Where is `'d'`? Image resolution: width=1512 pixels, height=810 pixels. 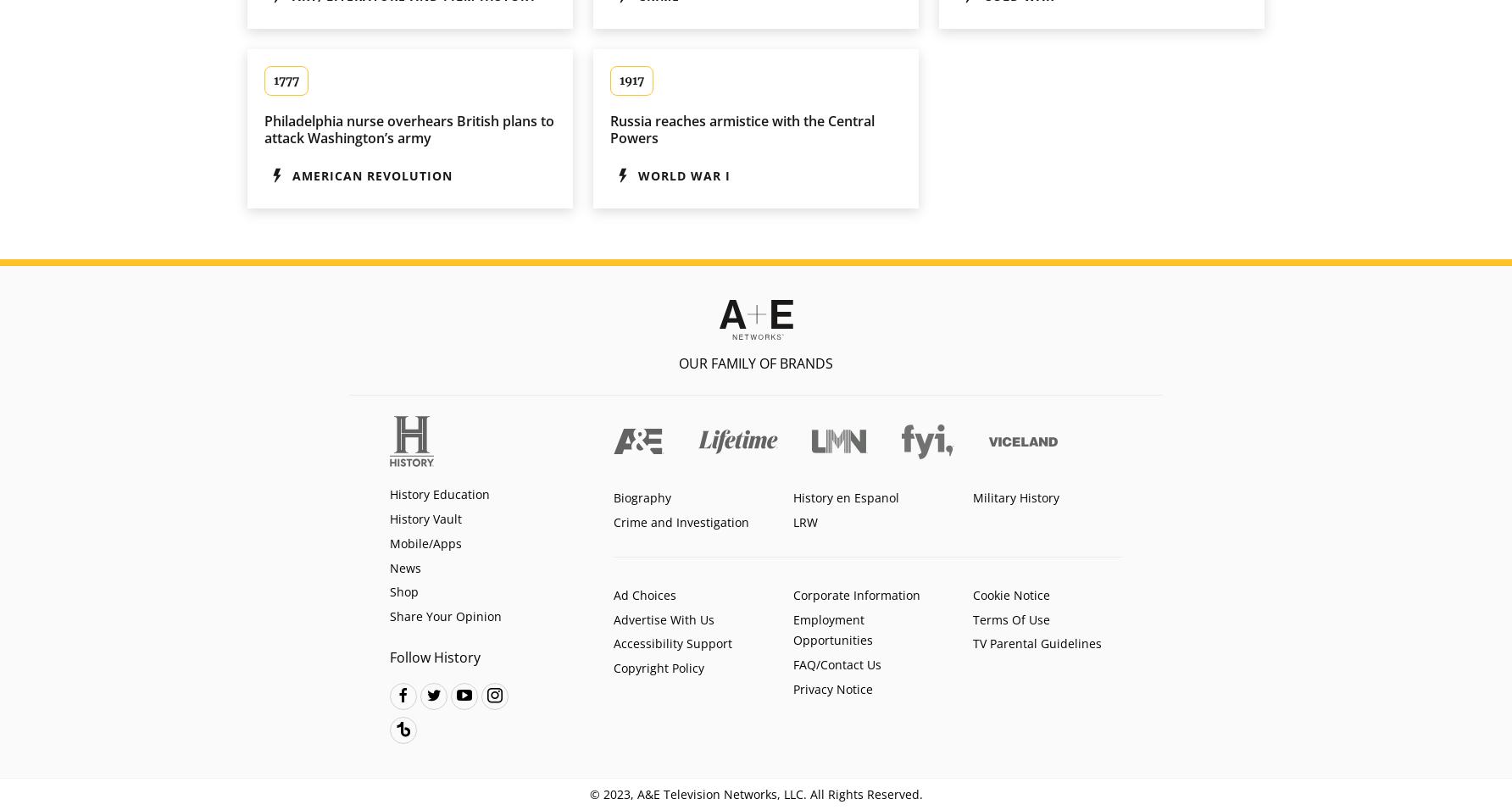 'd' is located at coordinates (403, 693).